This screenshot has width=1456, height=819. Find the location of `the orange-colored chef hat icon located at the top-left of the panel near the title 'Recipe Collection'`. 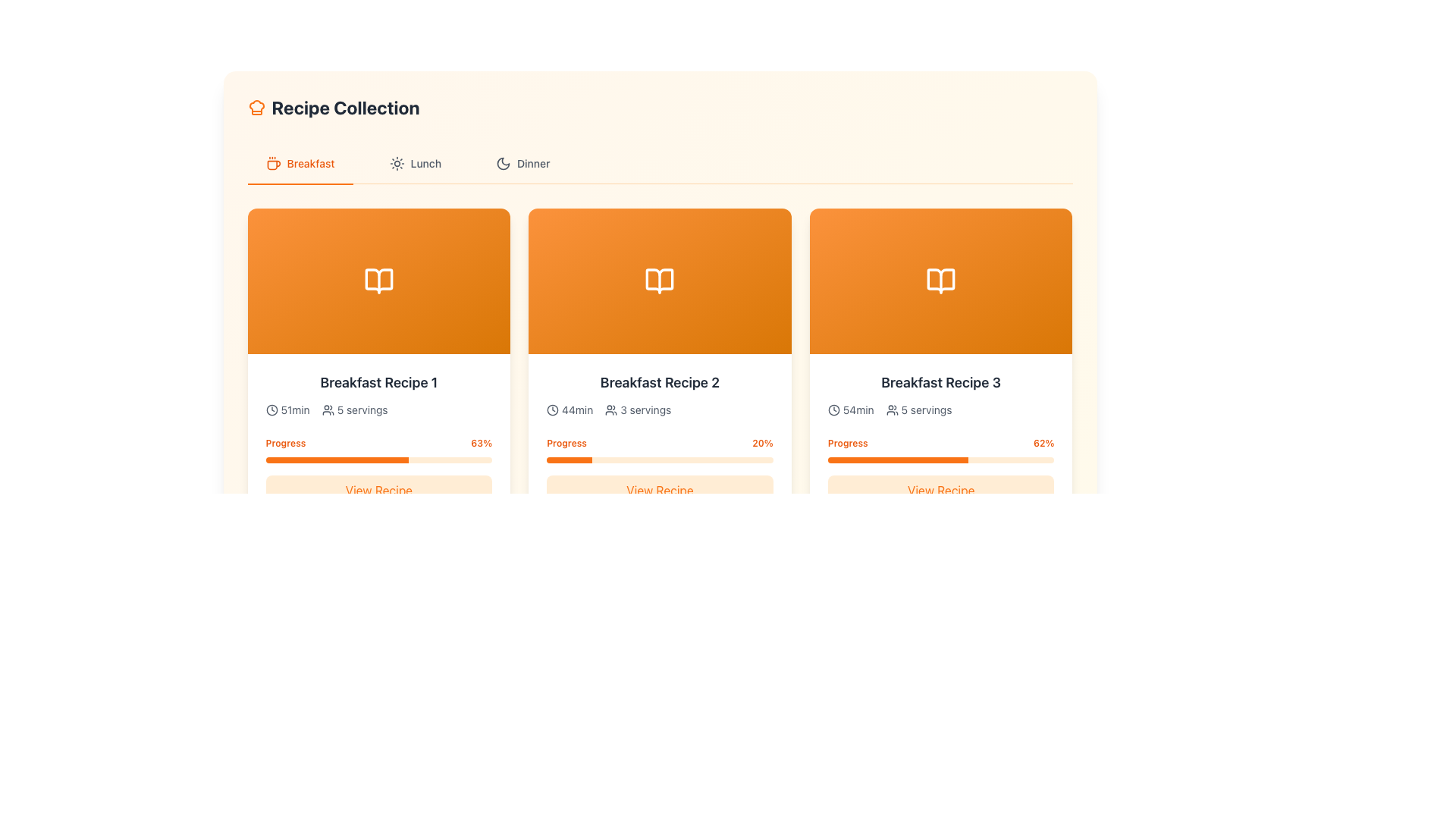

the orange-colored chef hat icon located at the top-left of the panel near the title 'Recipe Collection' is located at coordinates (256, 107).